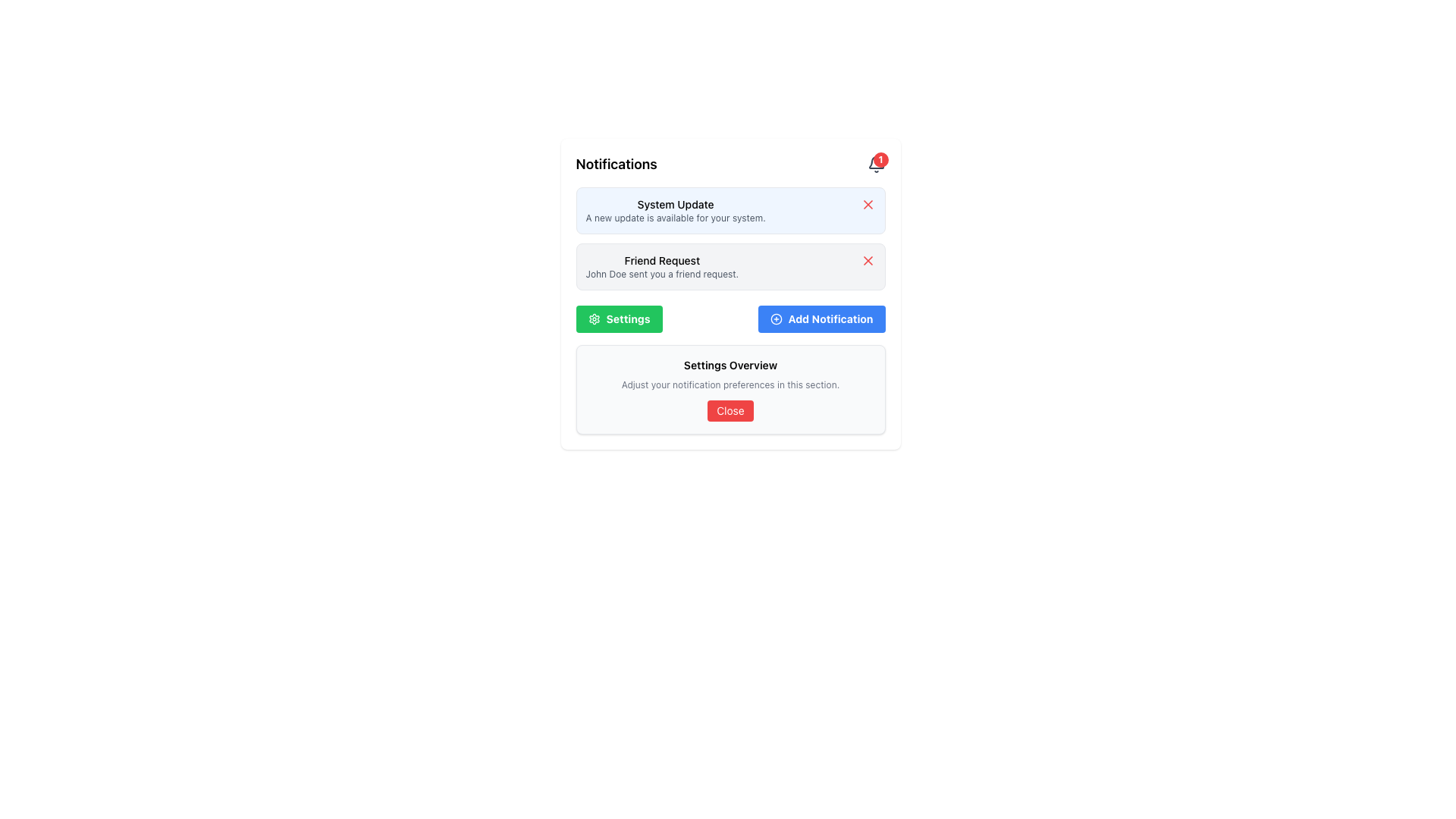  Describe the element at coordinates (730, 411) in the screenshot. I see `the close button located at the bottom of the 'Settings Overview' section` at that location.